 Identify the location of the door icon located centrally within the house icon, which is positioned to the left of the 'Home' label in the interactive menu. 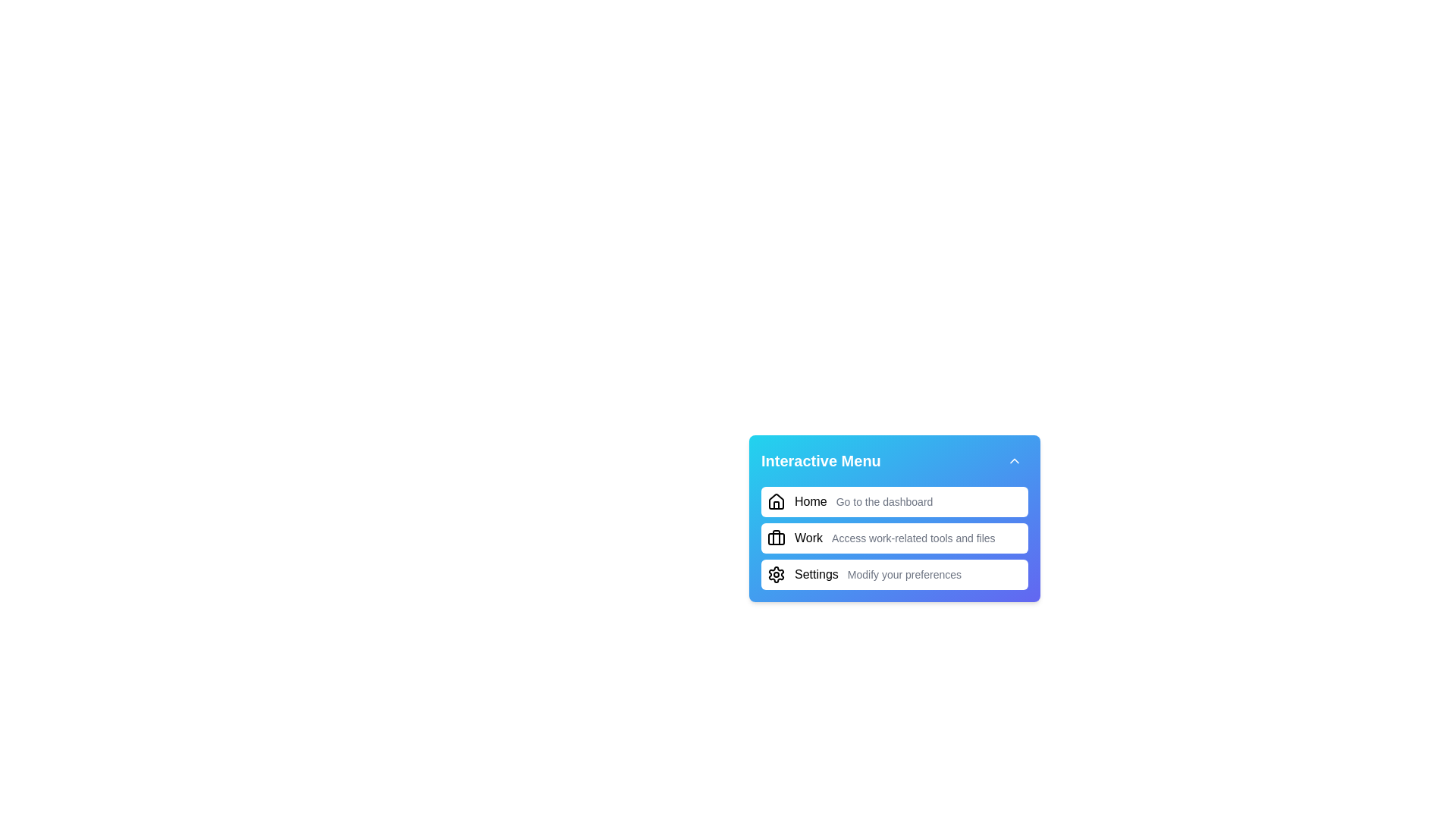
(776, 505).